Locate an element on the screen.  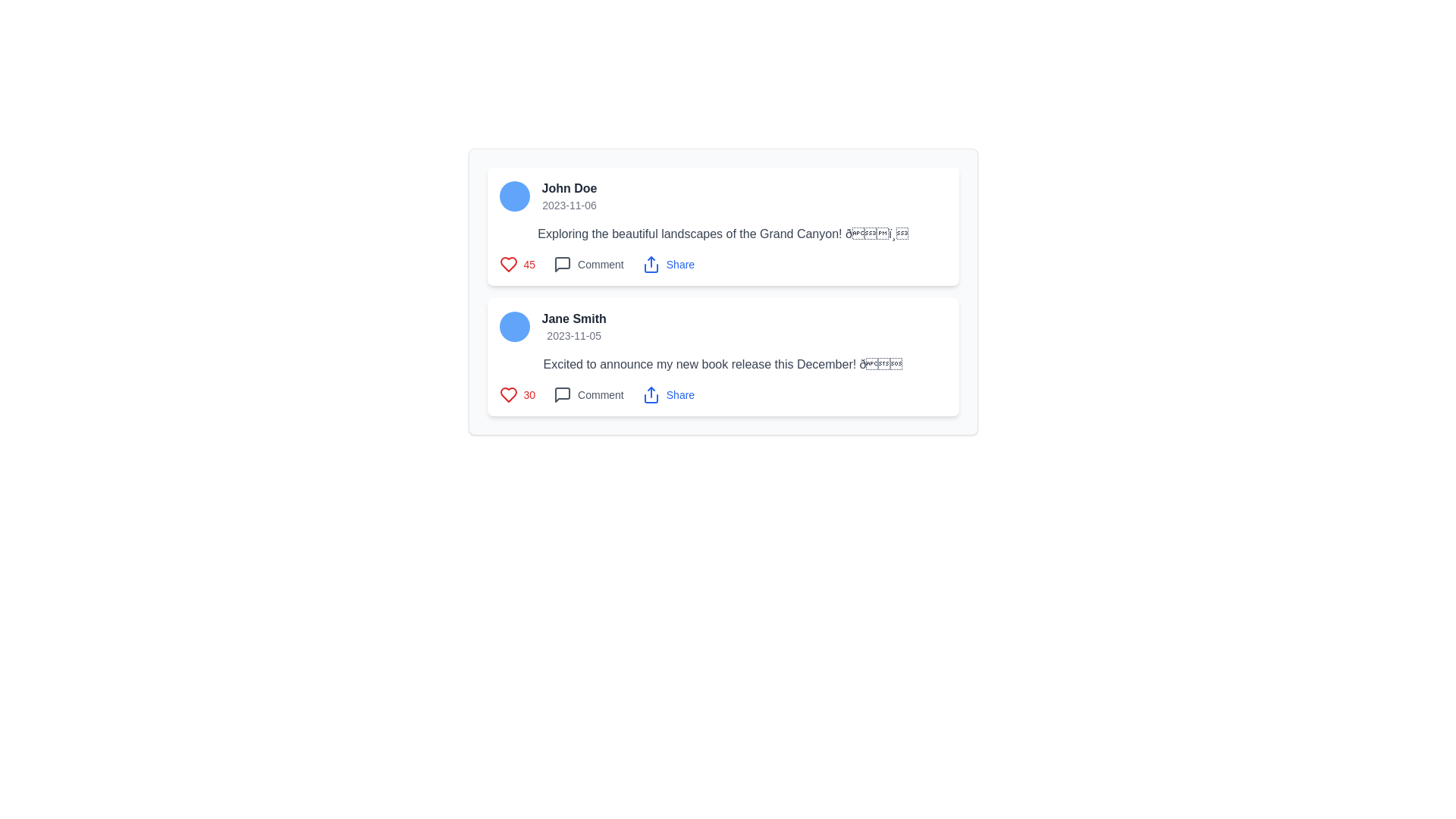
the heart icon representing the 'like' feature for the post by 'Jane Smith' is located at coordinates (508, 394).